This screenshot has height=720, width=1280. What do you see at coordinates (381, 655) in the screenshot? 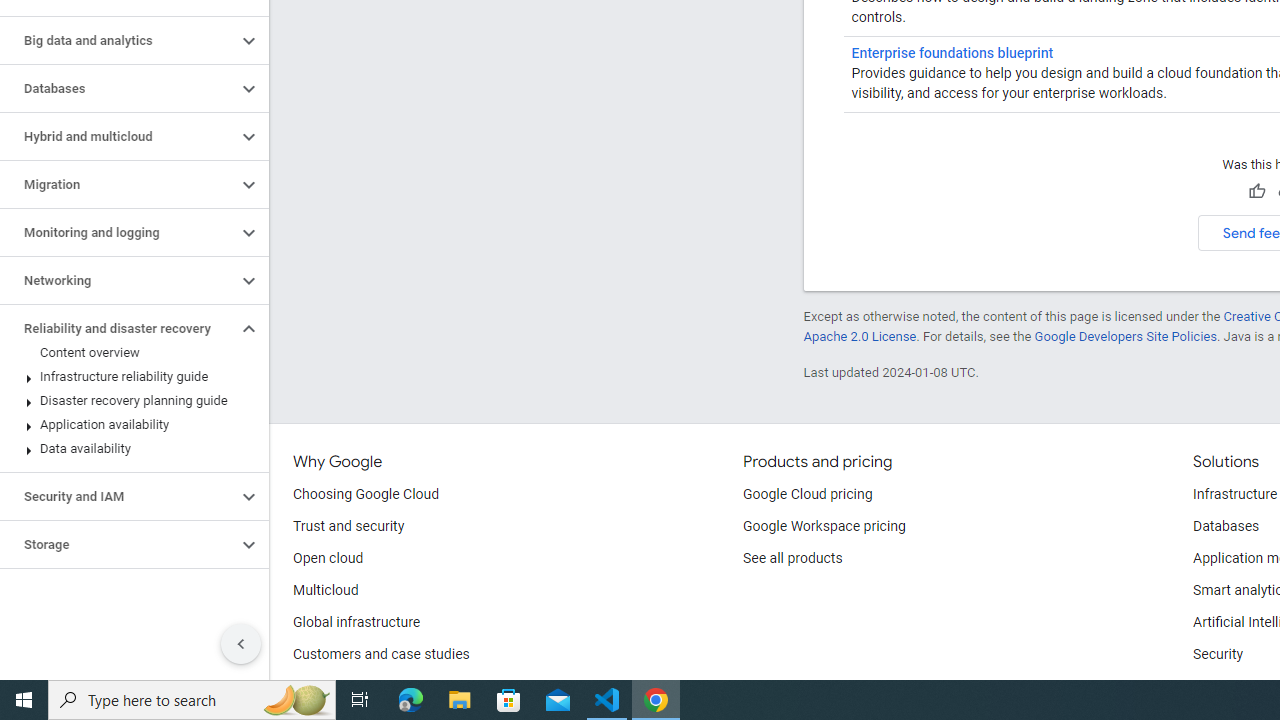
I see `'Customers and case studies'` at bounding box center [381, 655].